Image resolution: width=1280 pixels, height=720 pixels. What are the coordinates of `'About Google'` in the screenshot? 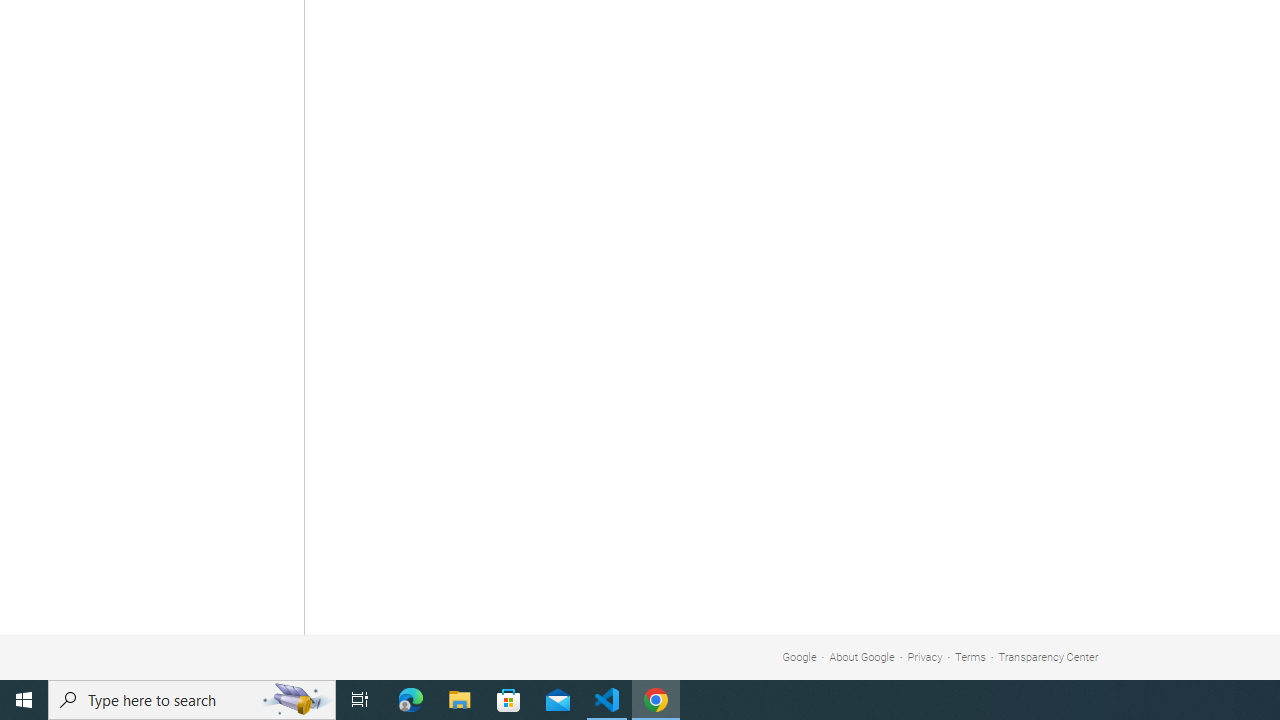 It's located at (862, 657).